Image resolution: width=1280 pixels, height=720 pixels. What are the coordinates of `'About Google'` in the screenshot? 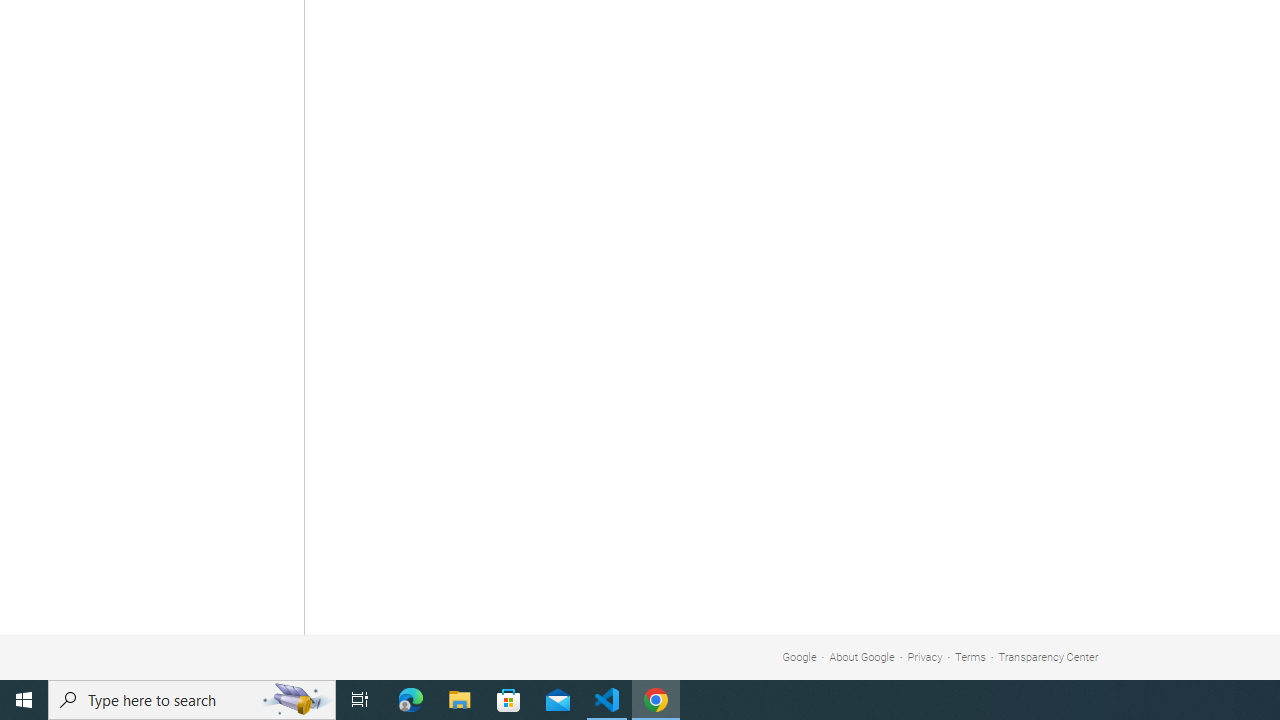 It's located at (862, 657).